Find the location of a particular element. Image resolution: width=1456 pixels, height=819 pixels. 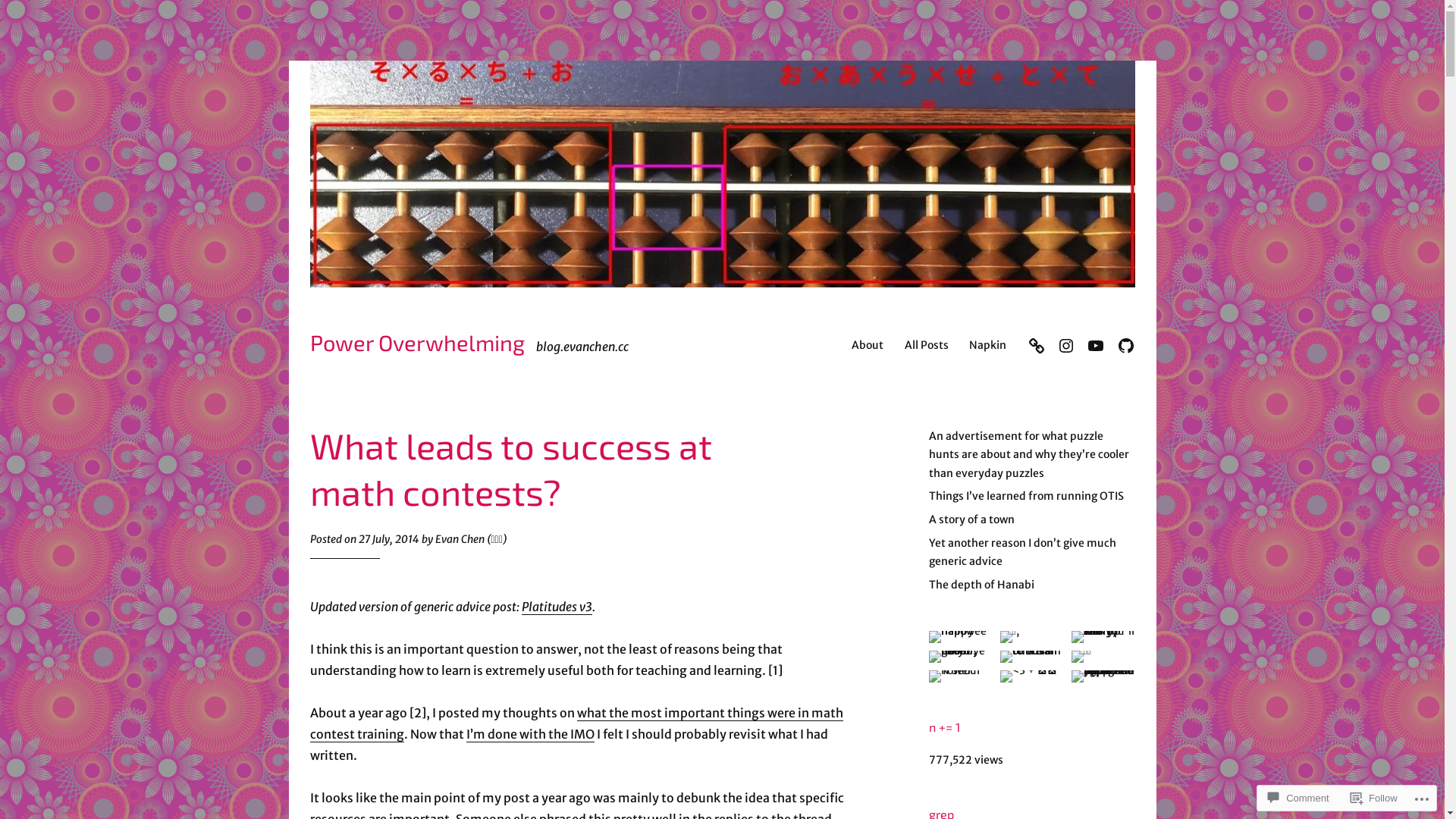

'Search' is located at coordinates (19, 13).